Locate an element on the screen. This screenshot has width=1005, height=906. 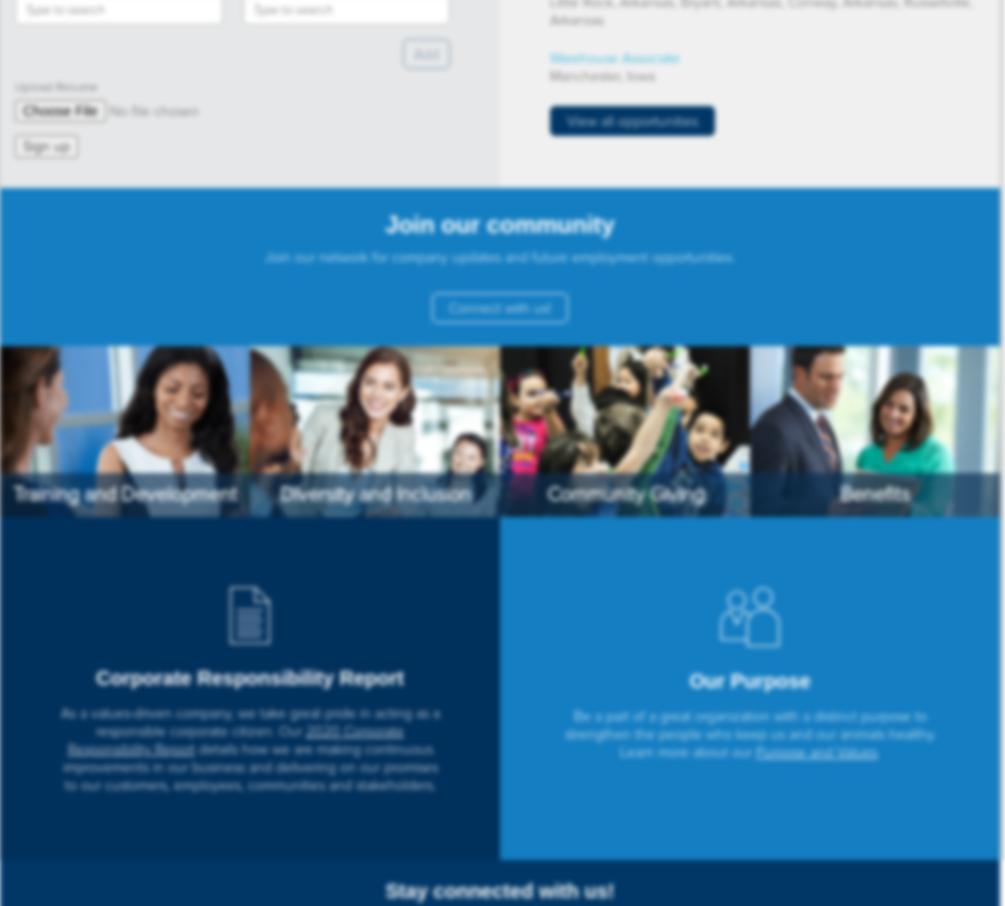
'Connect with us!' is located at coordinates (499, 307).